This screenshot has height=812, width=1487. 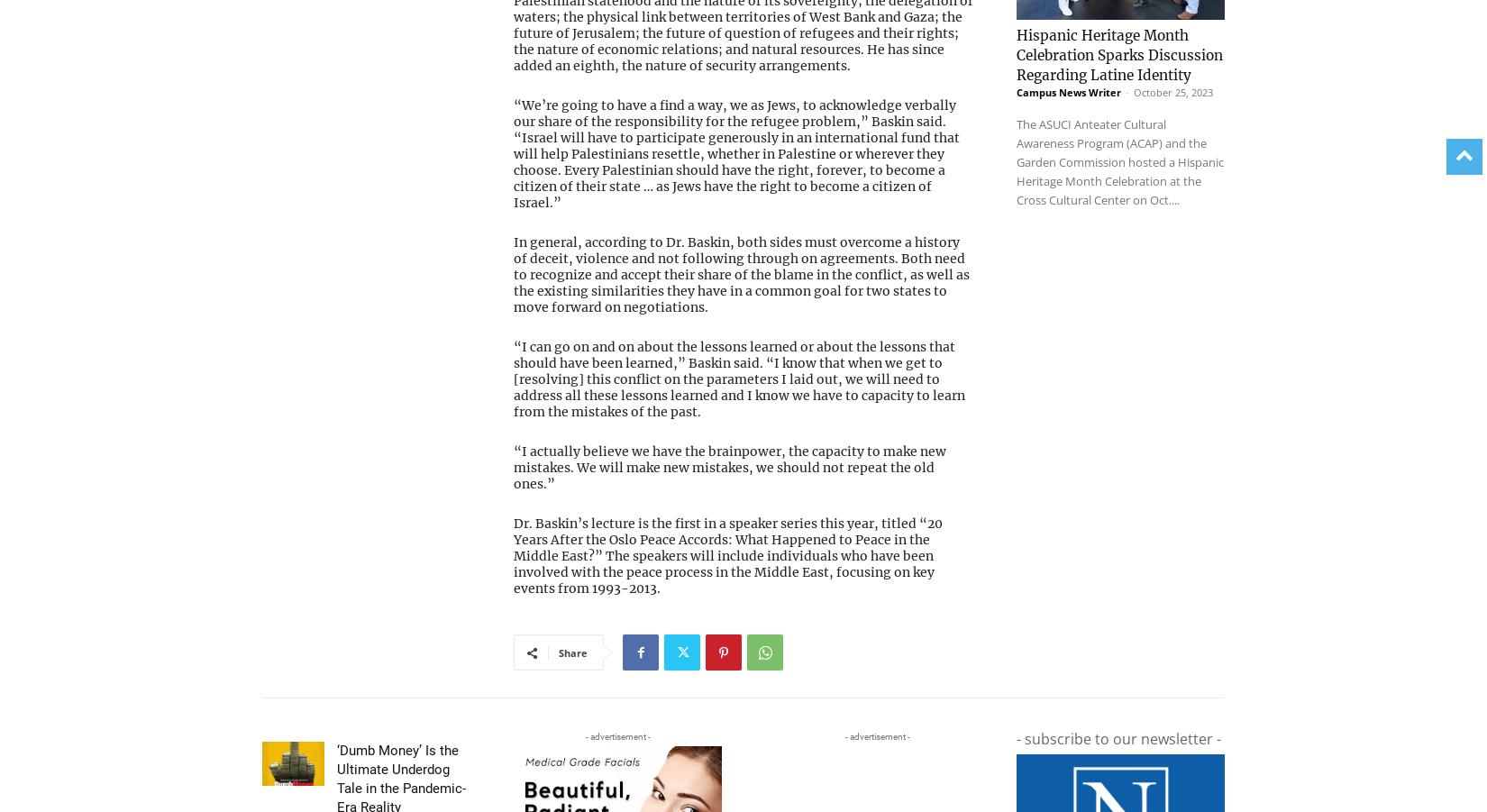 What do you see at coordinates (728, 467) in the screenshot?
I see `'“I actually believe we have the brainpower, the capacity to make new mistakes. We will make new mistakes, we should not repeat the old ones.”'` at bounding box center [728, 467].